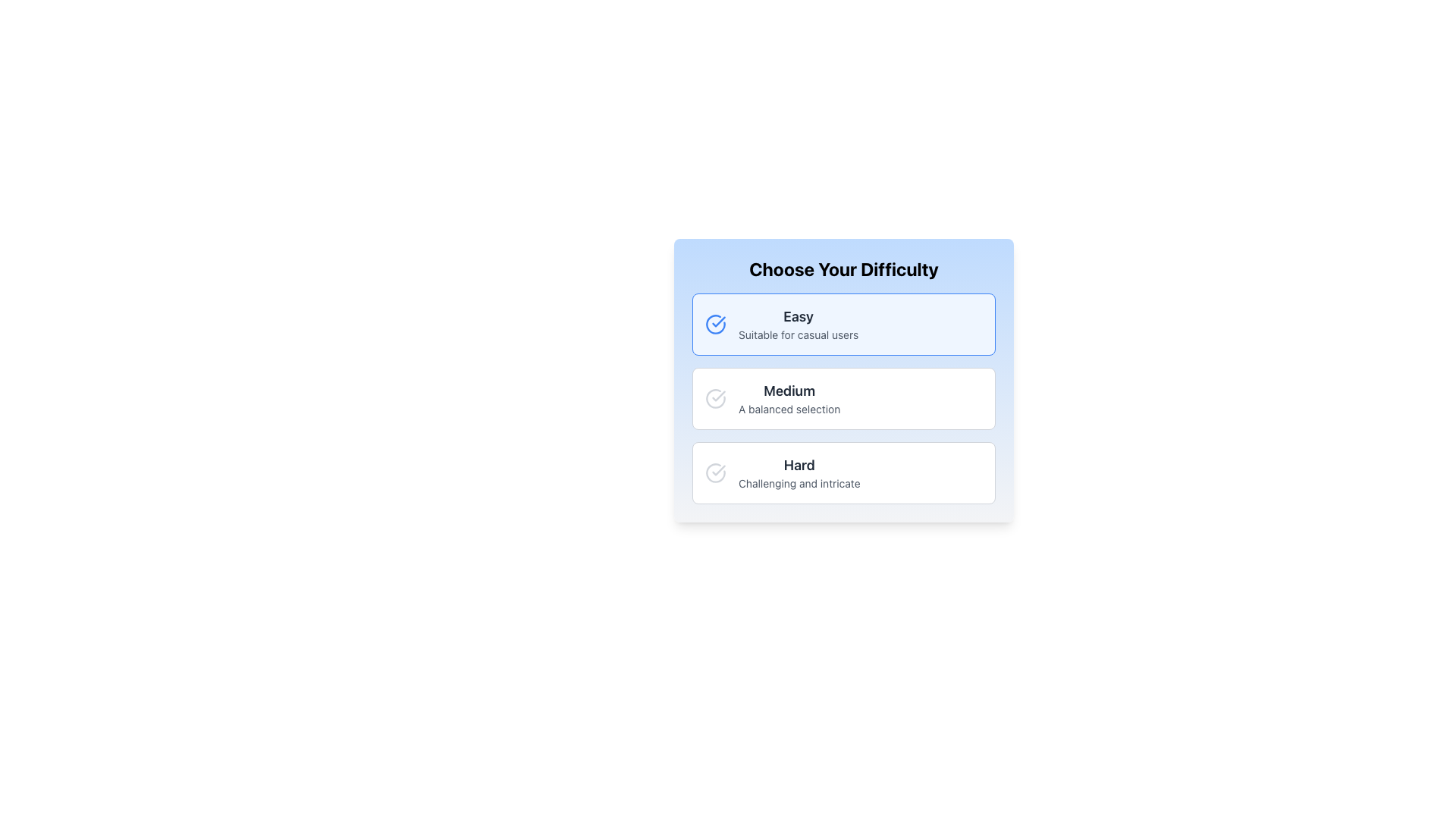 This screenshot has width=1456, height=819. I want to click on the text label that contains 'Challenging and intricate', which is styled in gray and positioned beneath the 'Hard' label in the difficulty selection card, so click(799, 483).